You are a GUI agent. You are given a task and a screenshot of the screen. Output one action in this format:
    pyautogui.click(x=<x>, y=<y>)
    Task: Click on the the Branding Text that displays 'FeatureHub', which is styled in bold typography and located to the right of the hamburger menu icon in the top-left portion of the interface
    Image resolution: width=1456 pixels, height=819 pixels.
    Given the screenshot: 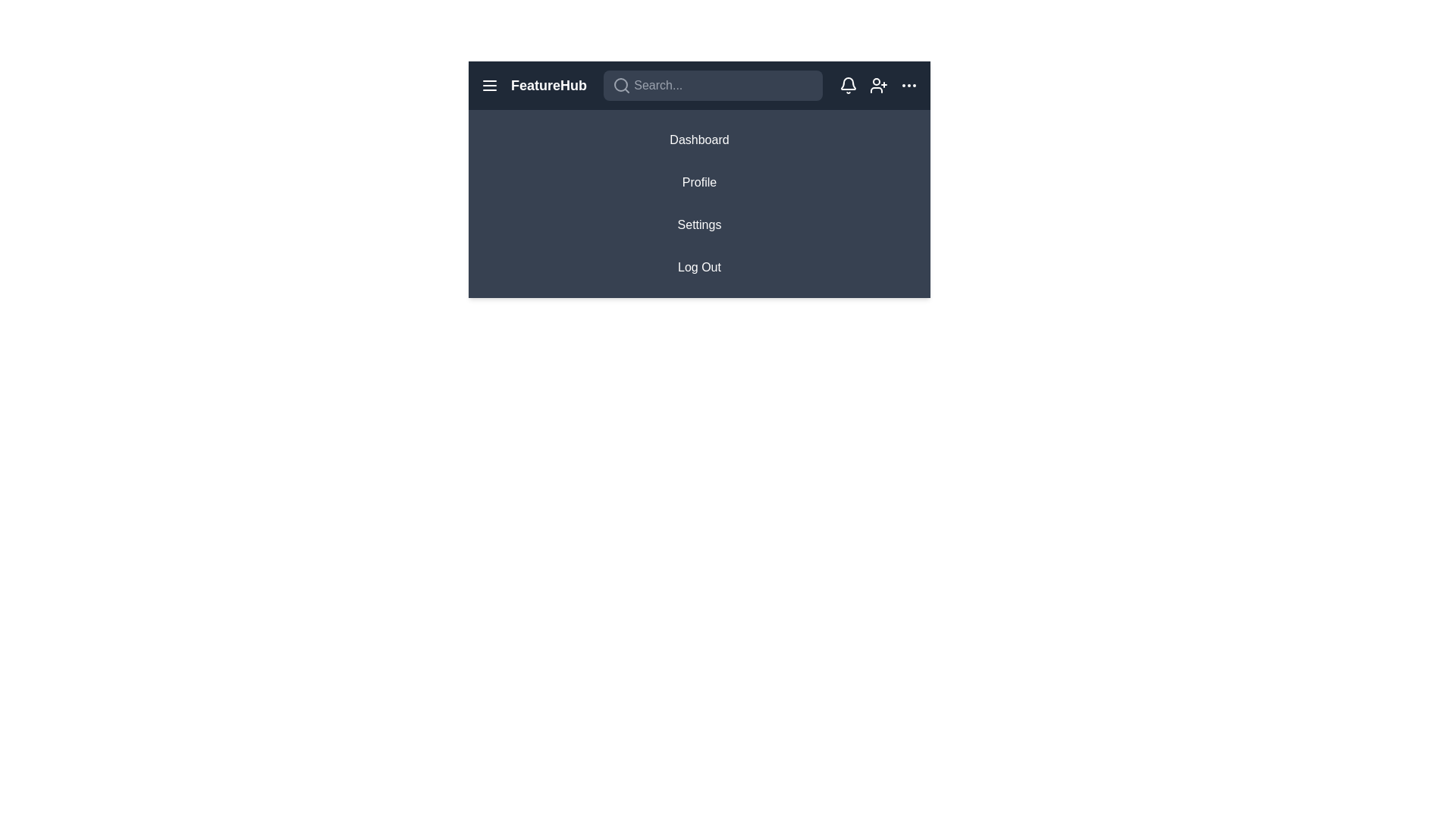 What is the action you would take?
    pyautogui.click(x=534, y=85)
    